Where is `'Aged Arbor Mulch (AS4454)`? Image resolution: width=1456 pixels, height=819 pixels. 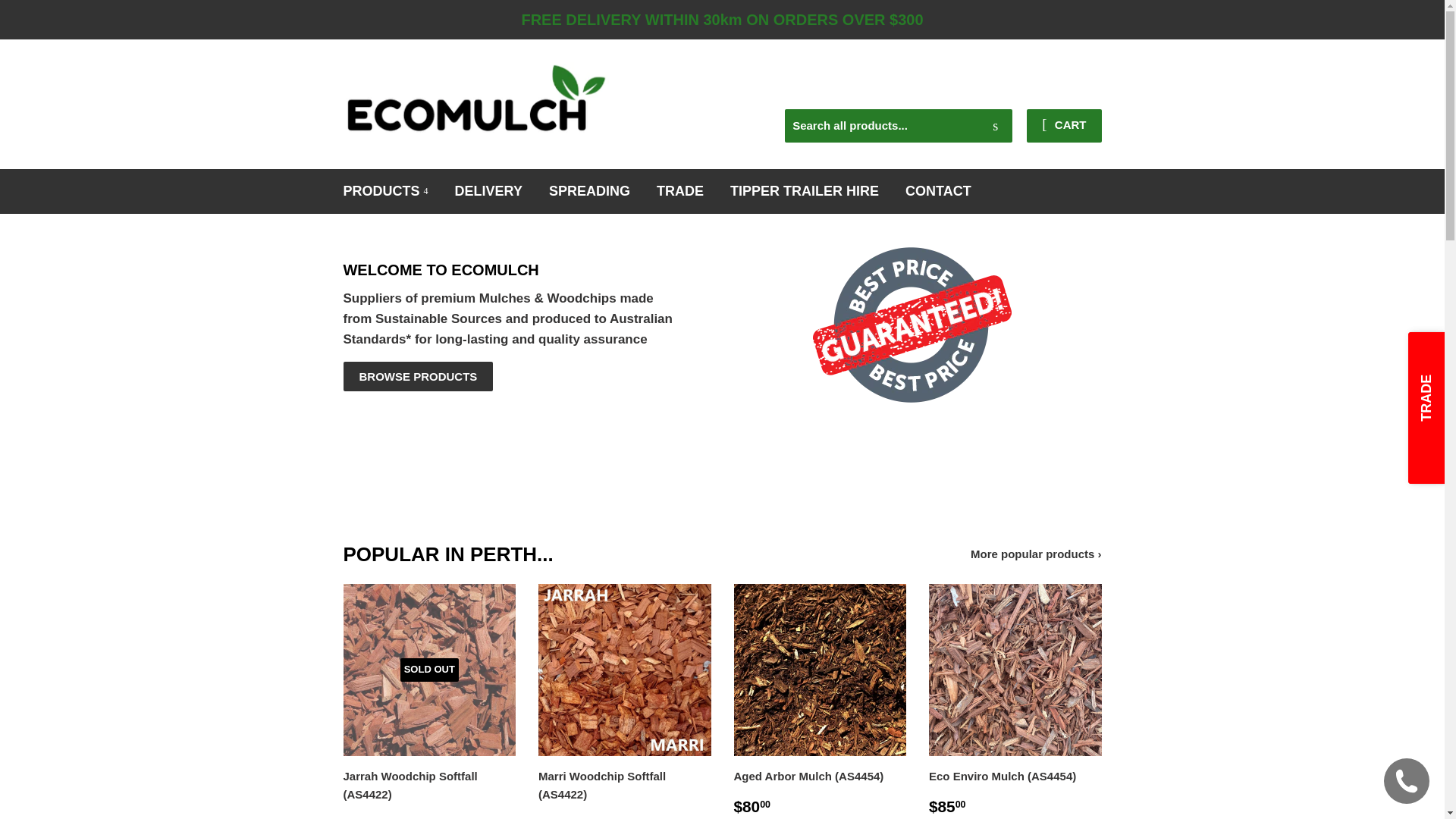
'Aged Arbor Mulch (AS4454) is located at coordinates (819, 700).